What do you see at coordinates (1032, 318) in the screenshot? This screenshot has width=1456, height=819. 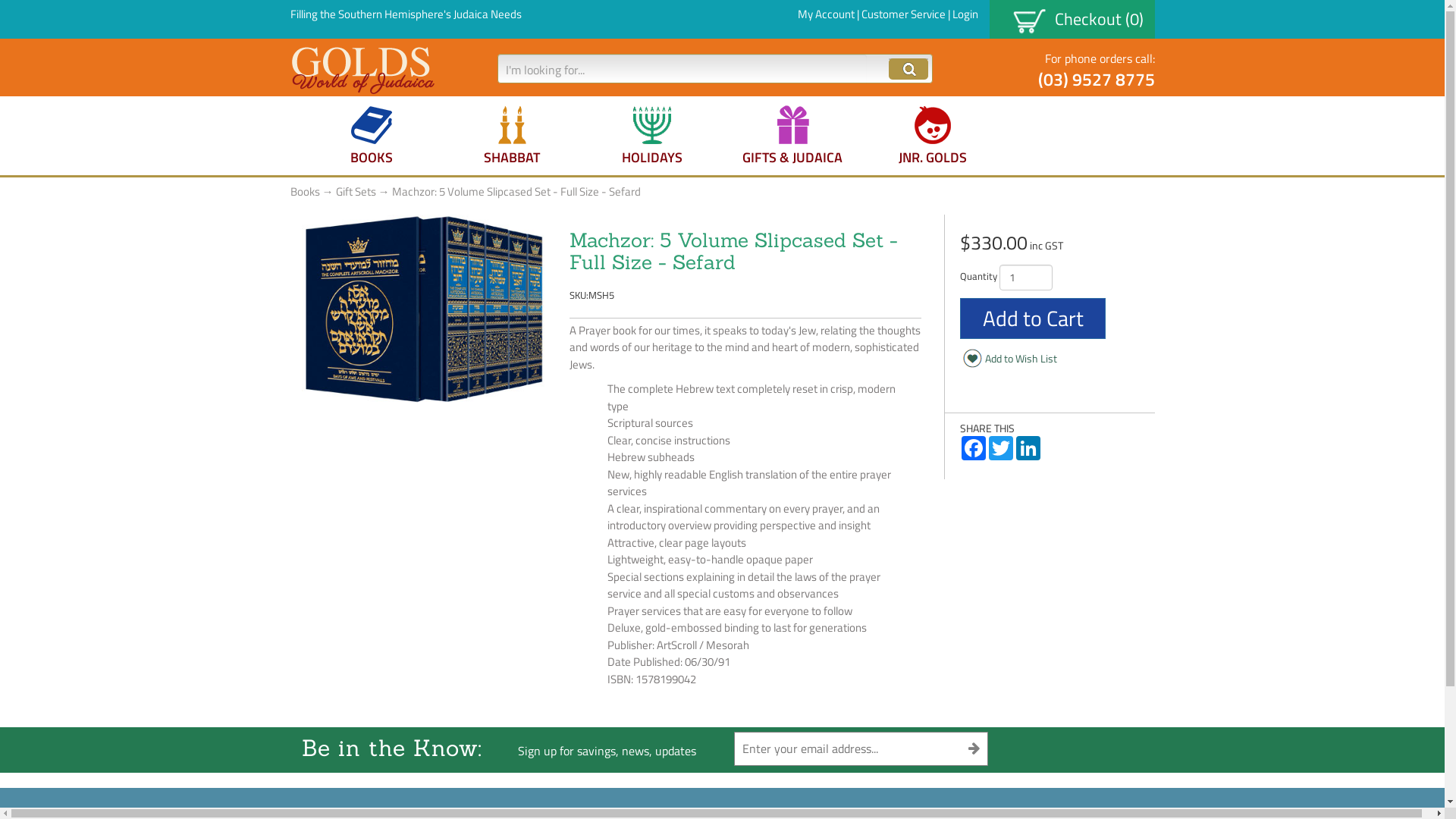 I see `'Add to Cart'` at bounding box center [1032, 318].